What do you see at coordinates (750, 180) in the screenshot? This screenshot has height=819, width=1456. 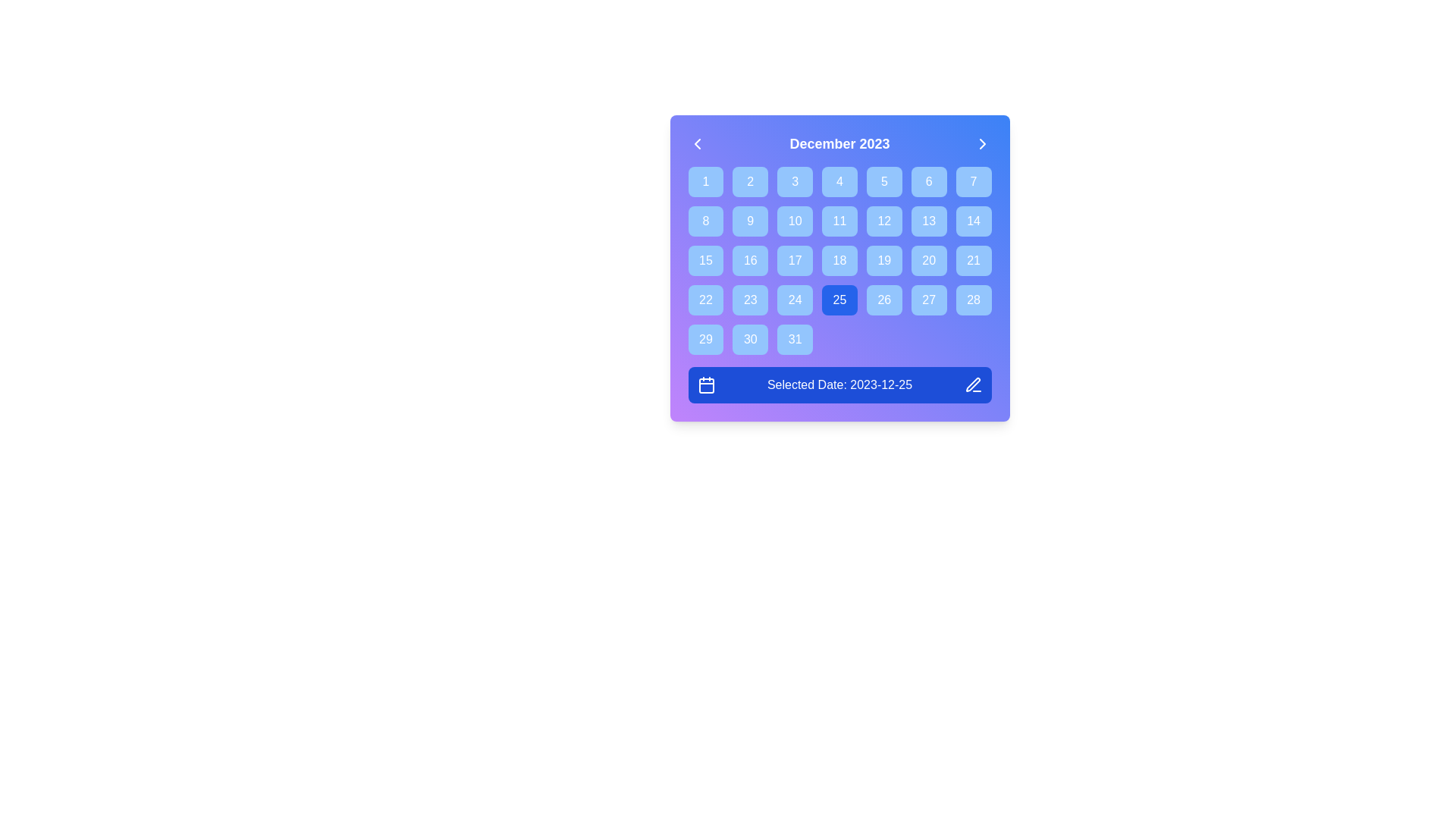 I see `the button displaying the number '2' in white text with a soft blue background to observe the scaling effect` at bounding box center [750, 180].